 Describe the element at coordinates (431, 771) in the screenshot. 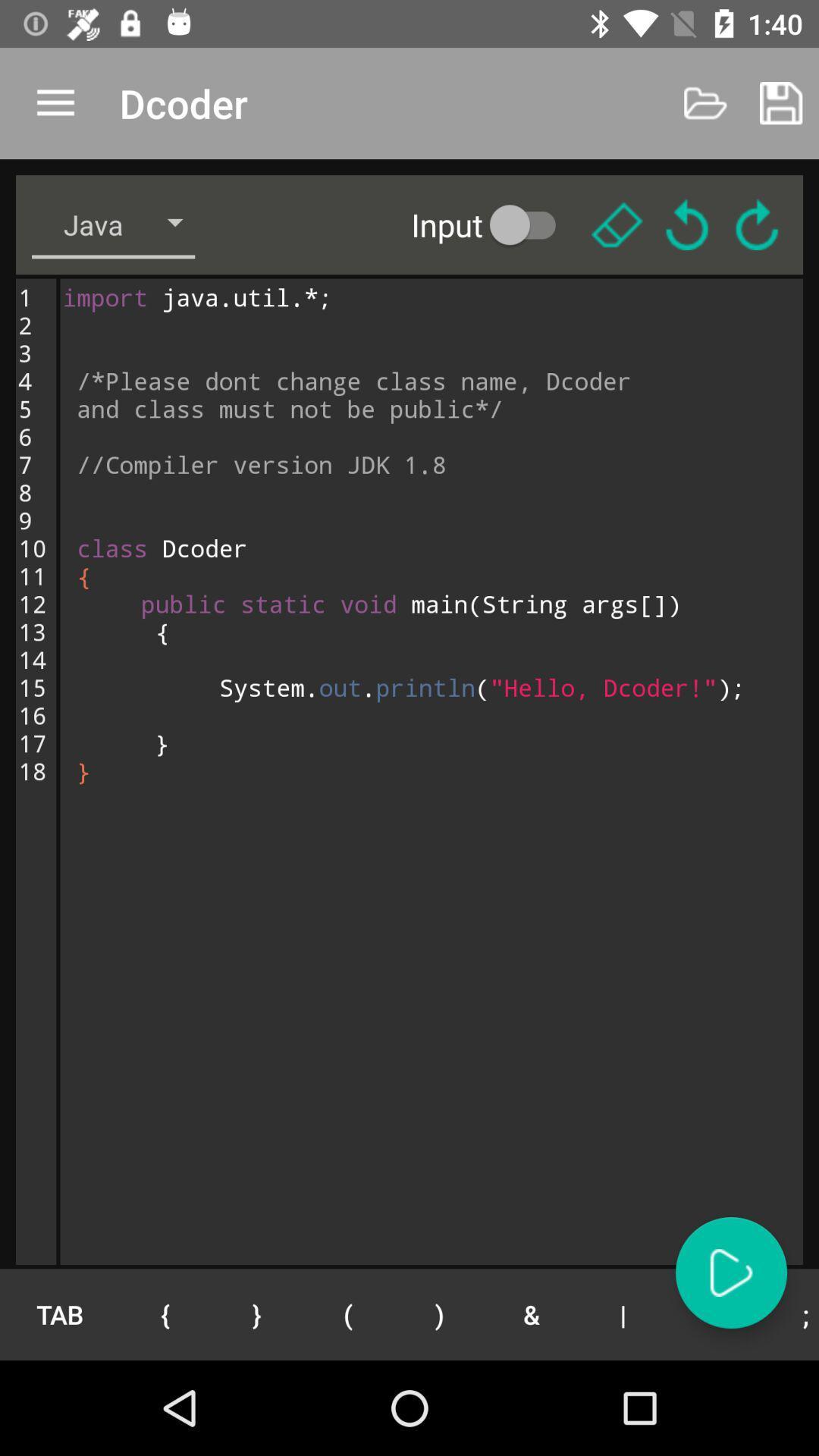

I see `import java util icon` at that location.